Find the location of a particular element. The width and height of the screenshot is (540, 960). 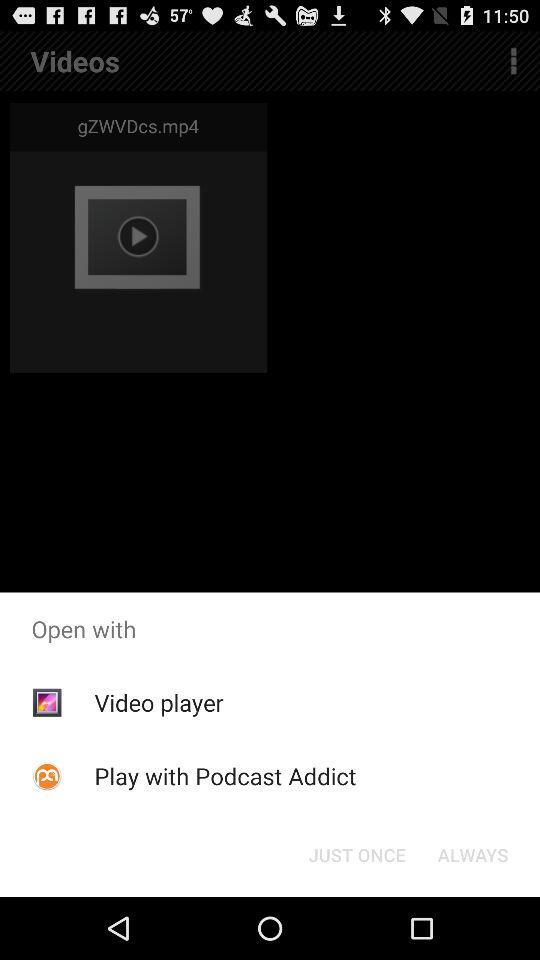

play with podcast app is located at coordinates (224, 775).